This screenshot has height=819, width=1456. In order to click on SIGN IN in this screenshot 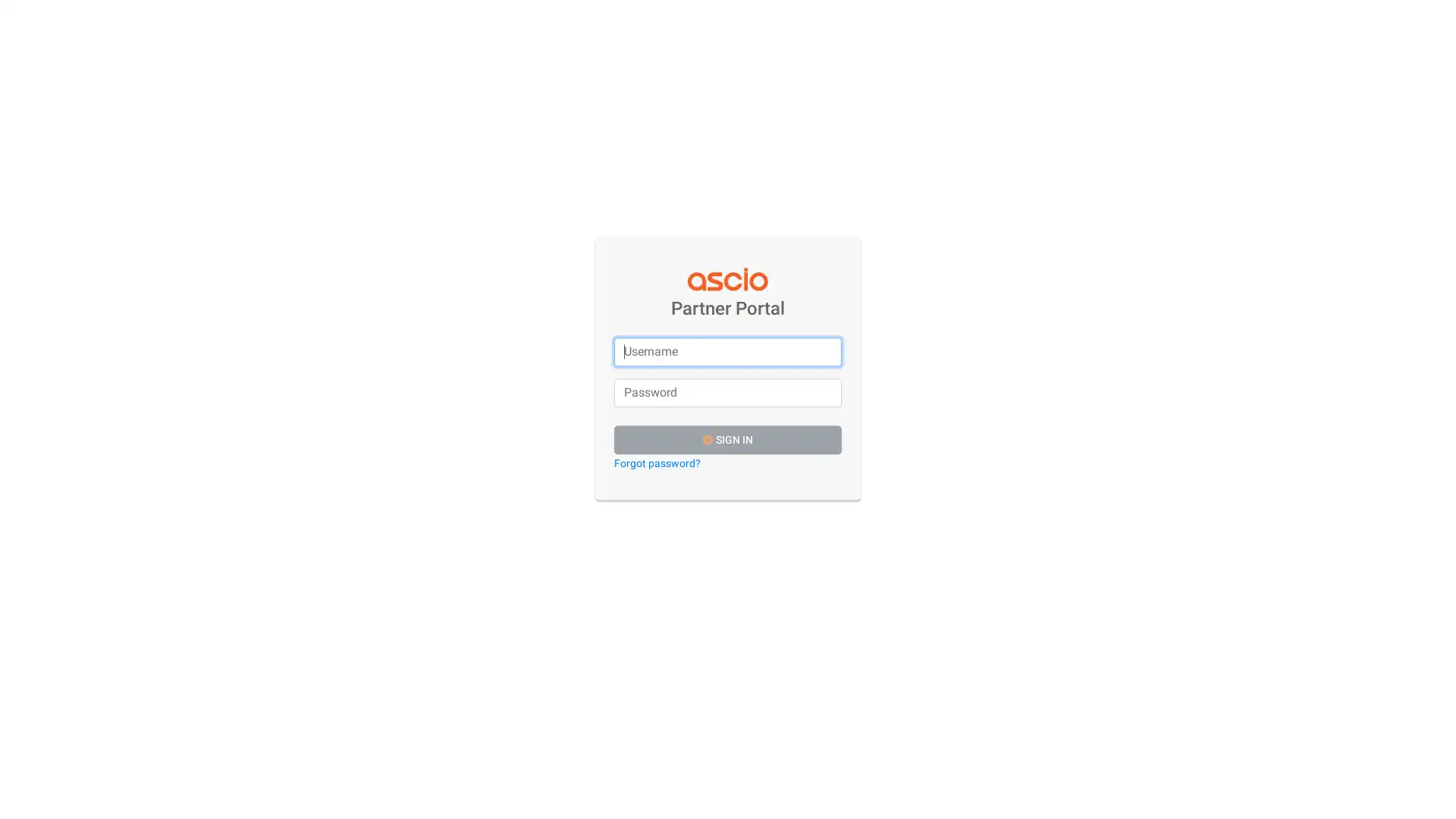, I will do `click(728, 439)`.